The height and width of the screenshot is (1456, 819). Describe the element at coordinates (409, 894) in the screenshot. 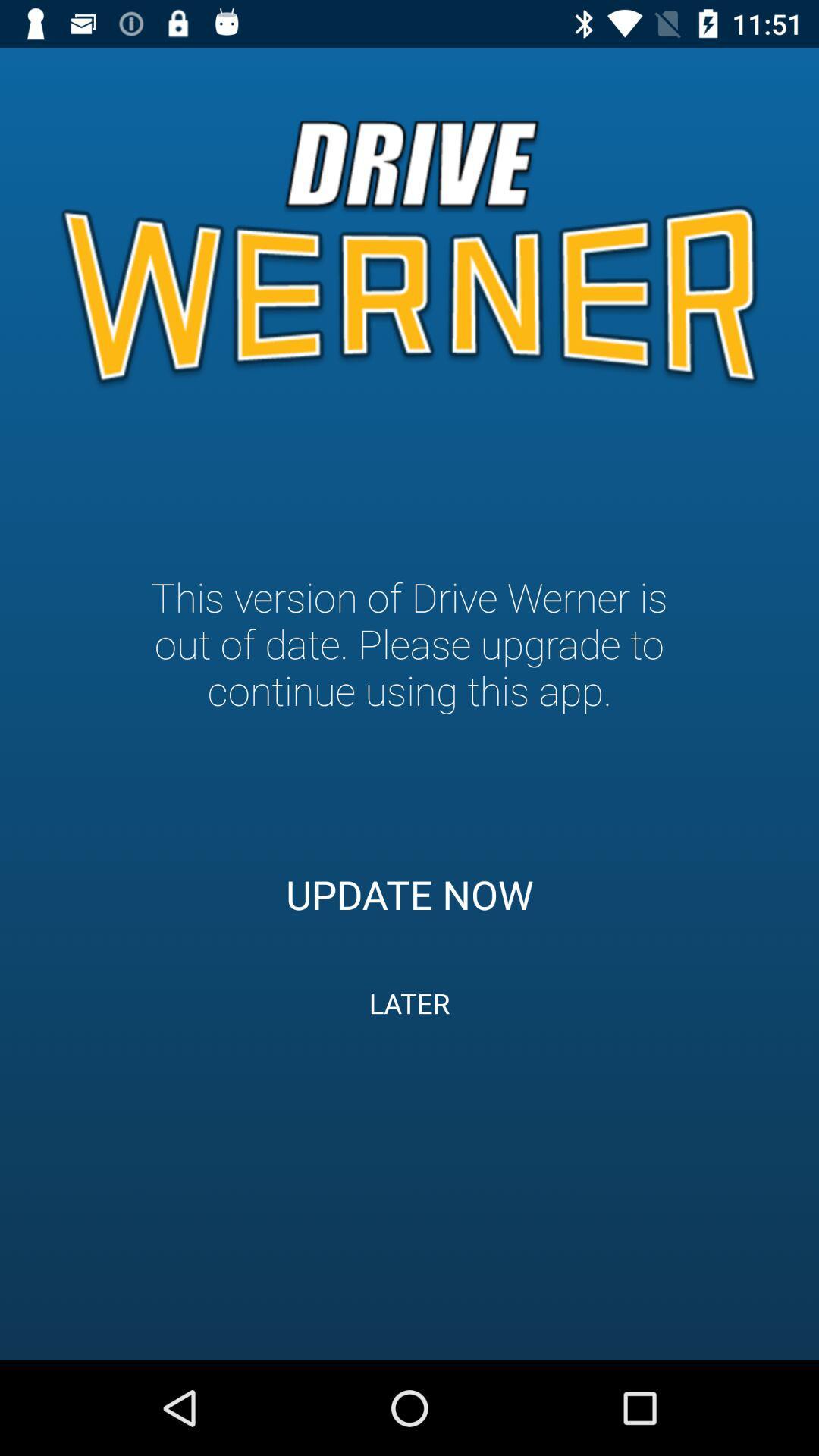

I see `update now` at that location.